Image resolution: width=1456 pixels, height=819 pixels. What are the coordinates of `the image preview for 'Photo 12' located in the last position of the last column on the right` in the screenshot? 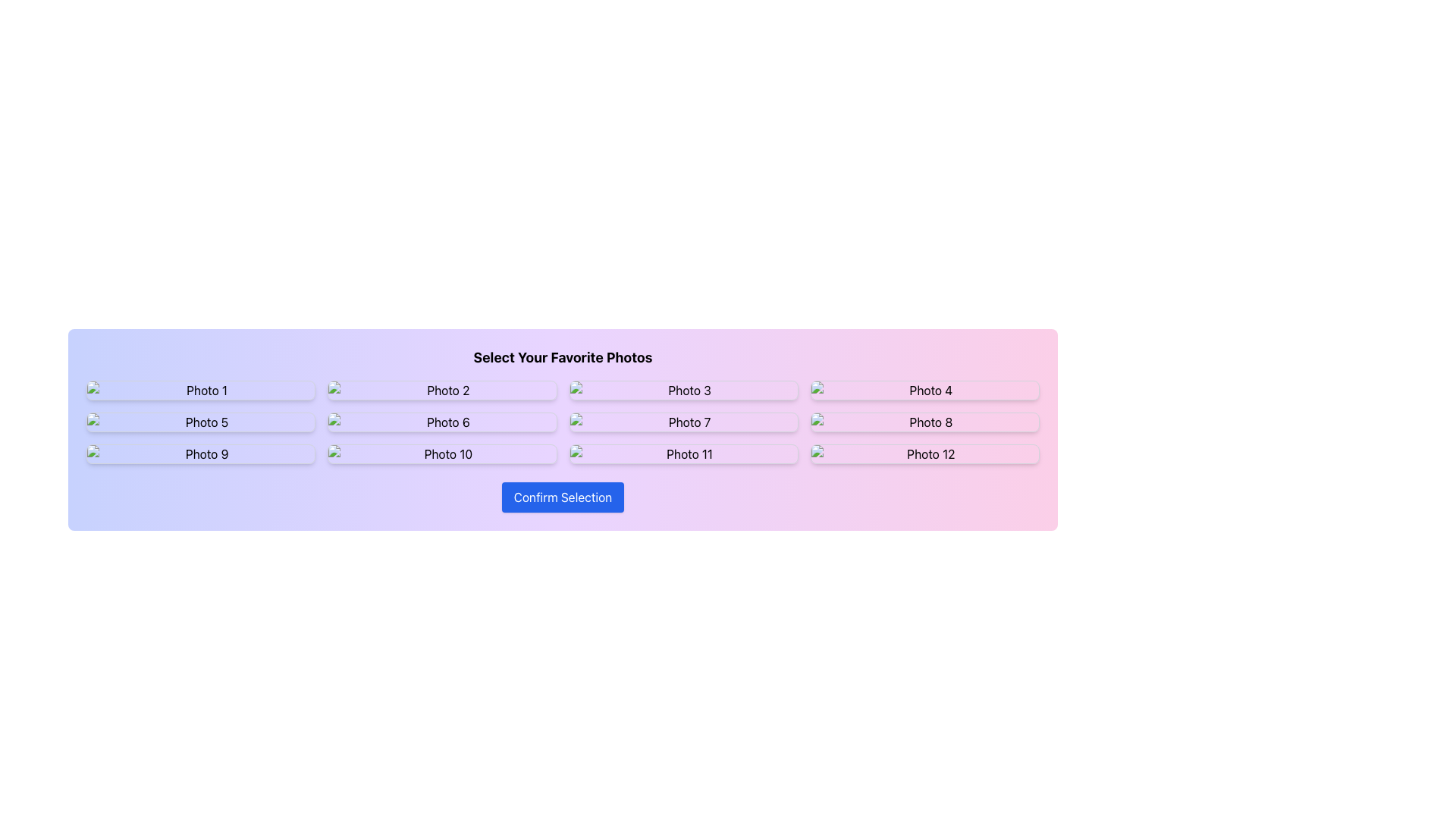 It's located at (924, 453).